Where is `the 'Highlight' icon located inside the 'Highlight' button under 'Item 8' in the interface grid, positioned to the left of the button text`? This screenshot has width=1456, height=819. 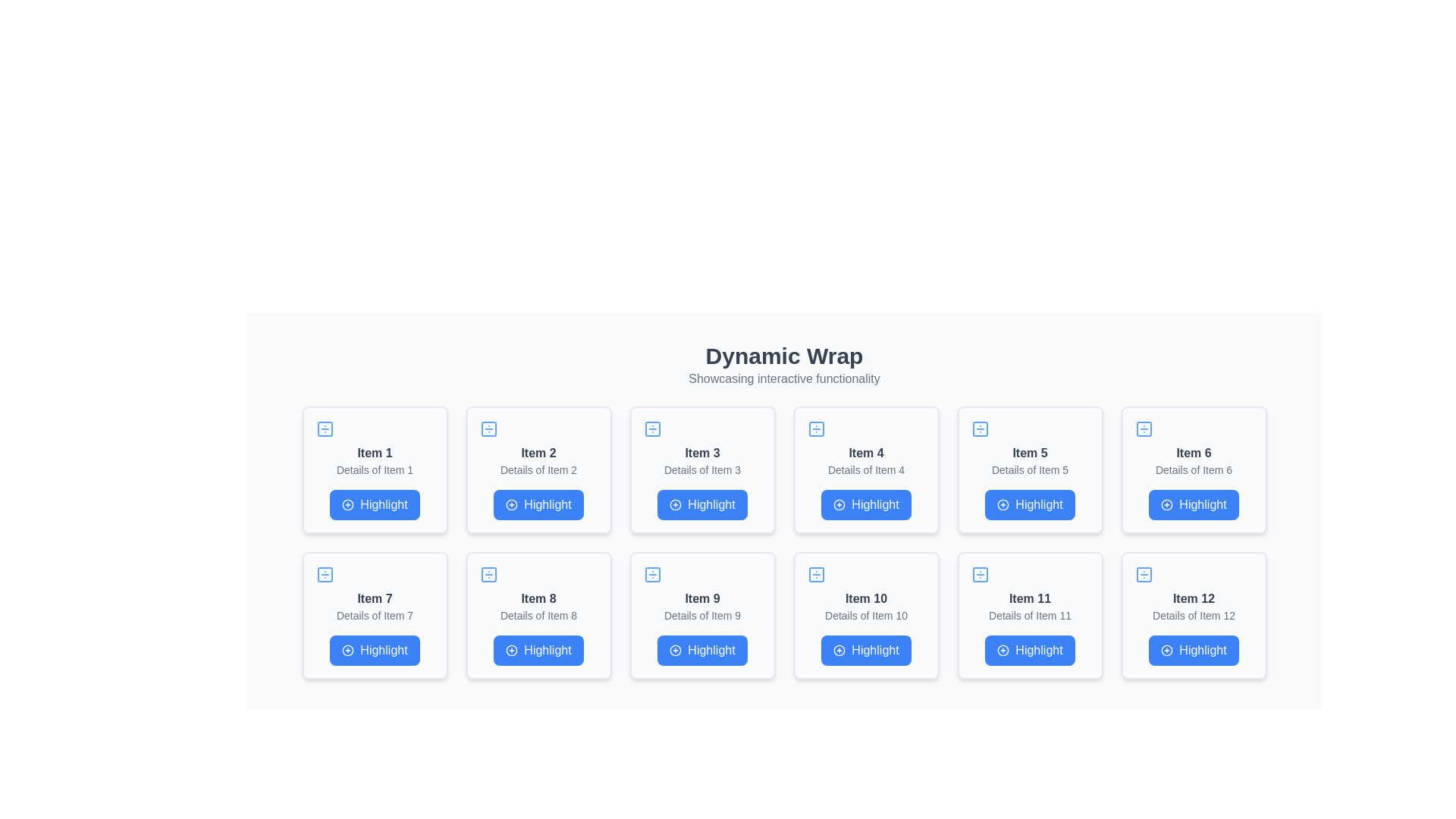 the 'Highlight' icon located inside the 'Highlight' button under 'Item 8' in the interface grid, positioned to the left of the button text is located at coordinates (512, 649).